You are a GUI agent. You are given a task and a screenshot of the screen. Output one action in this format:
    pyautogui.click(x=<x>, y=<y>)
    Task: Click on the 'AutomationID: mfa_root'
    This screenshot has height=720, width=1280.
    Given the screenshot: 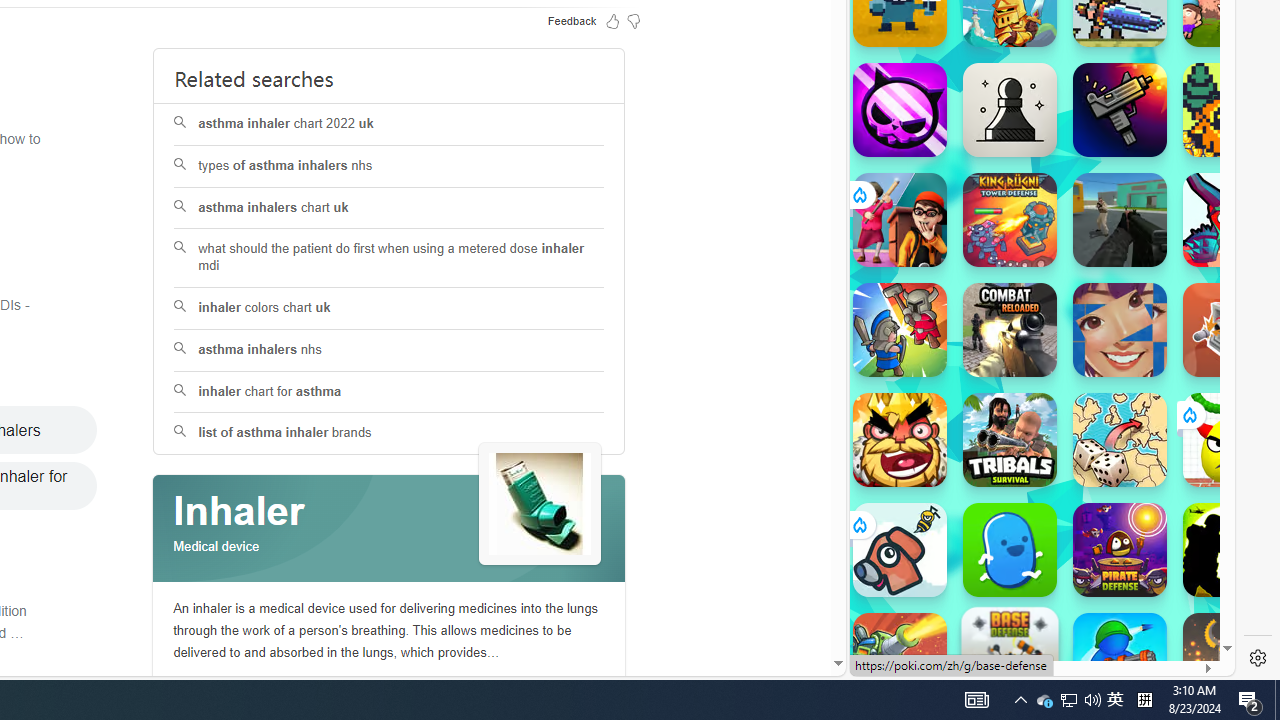 What is the action you would take?
    pyautogui.click(x=761, y=602)
    